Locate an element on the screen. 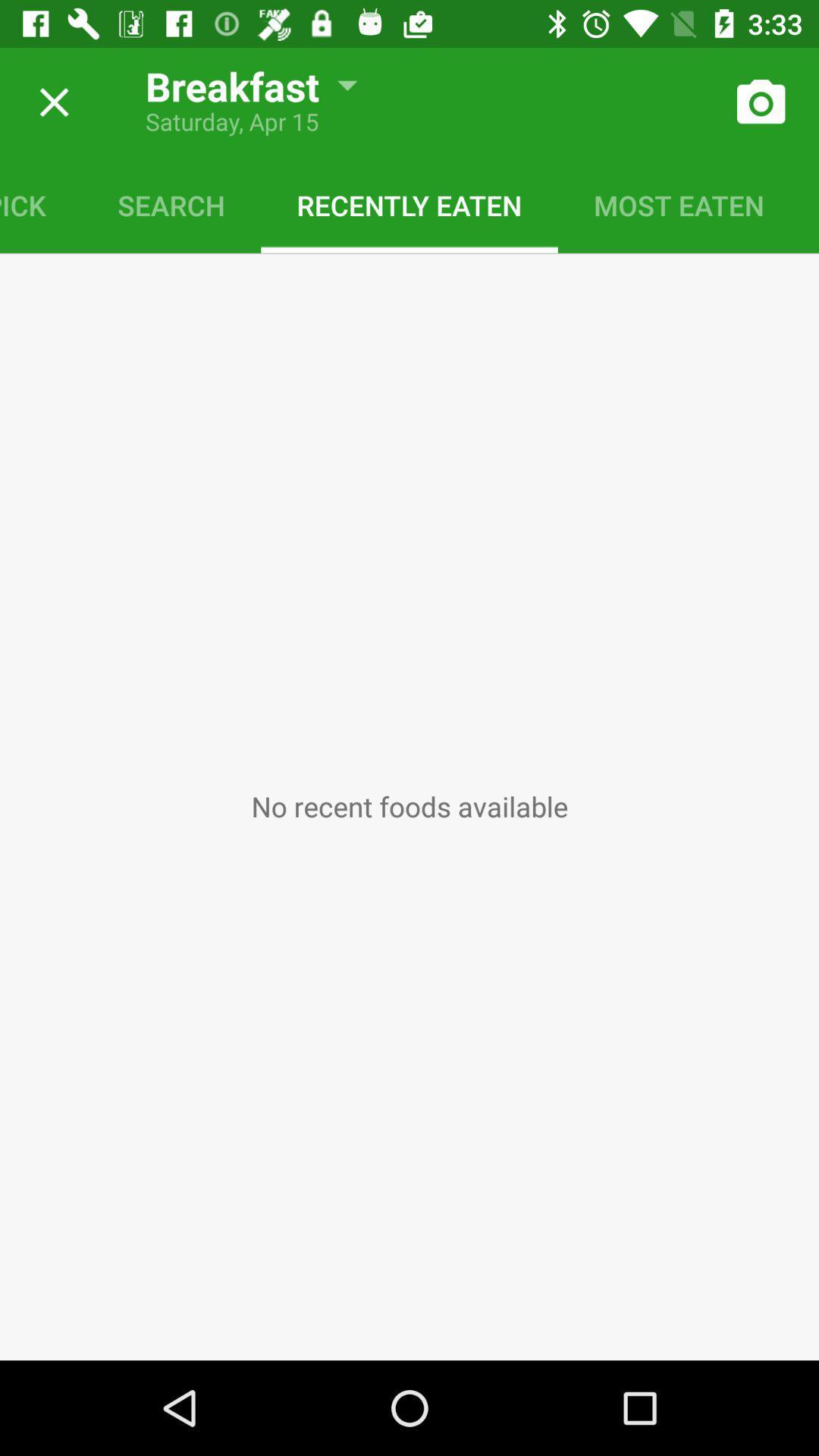  item above the search item is located at coordinates (240, 79).